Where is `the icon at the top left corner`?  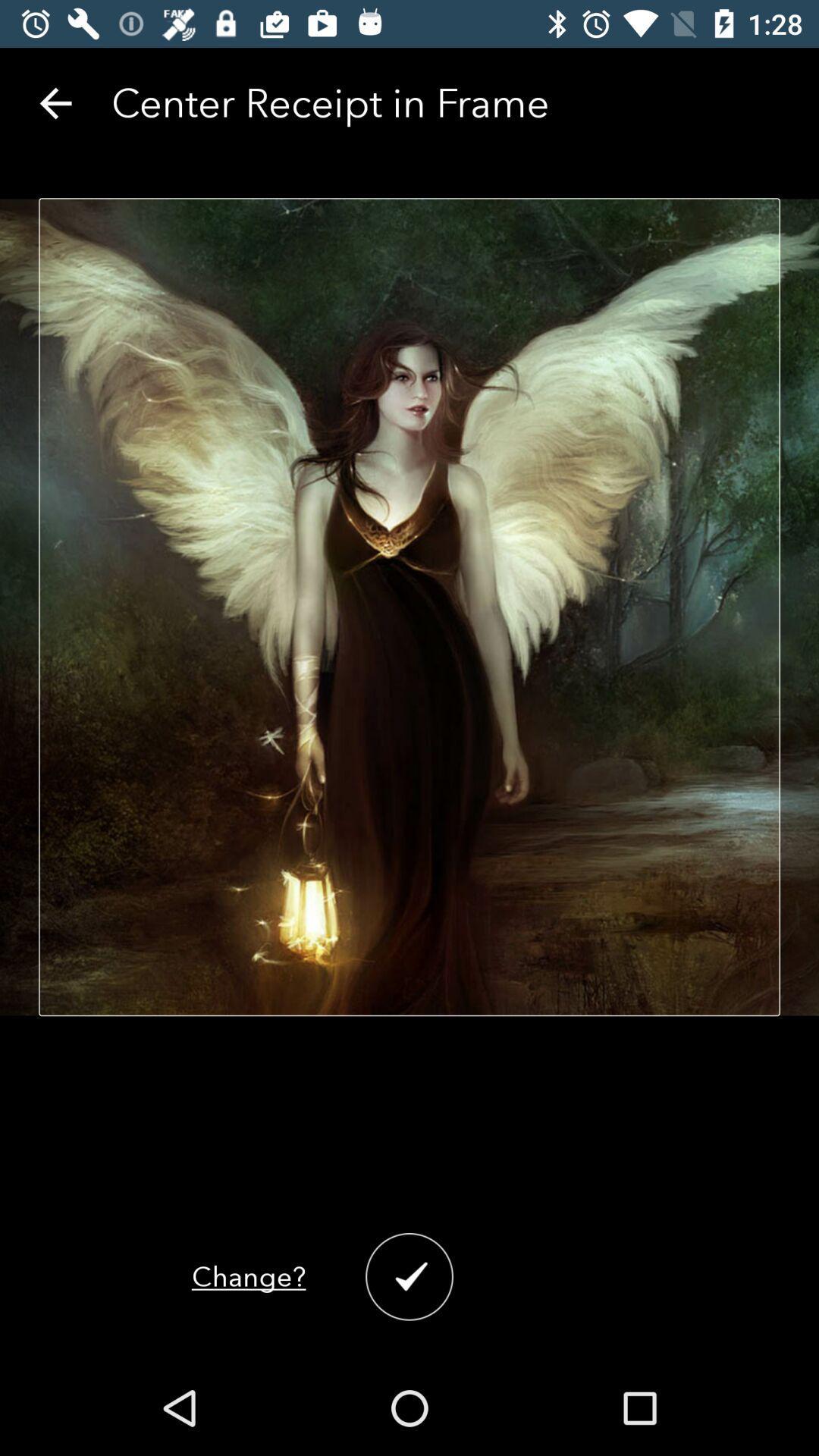 the icon at the top left corner is located at coordinates (55, 102).